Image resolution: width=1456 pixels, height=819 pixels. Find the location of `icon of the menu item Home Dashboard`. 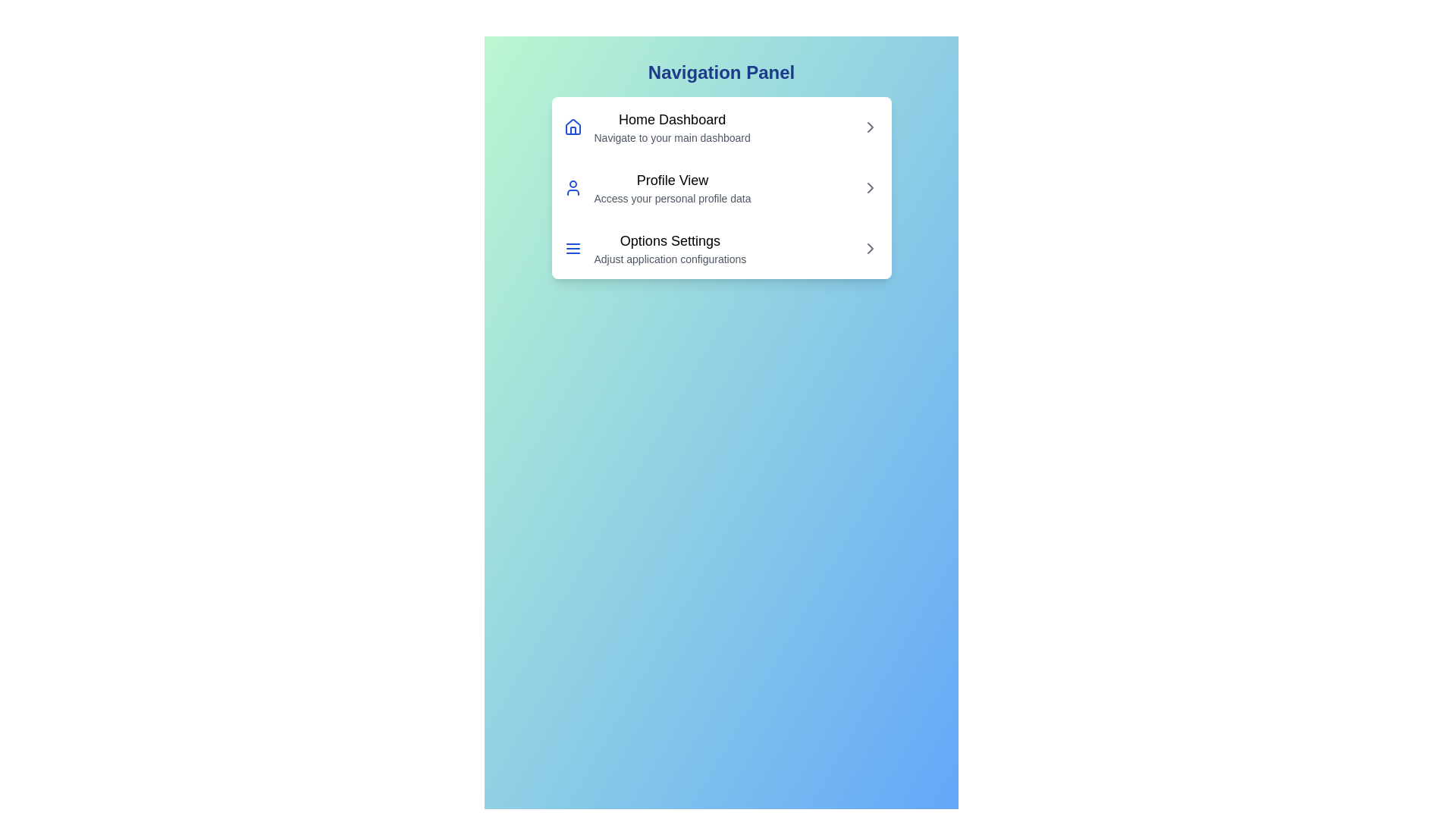

icon of the menu item Home Dashboard is located at coordinates (572, 127).